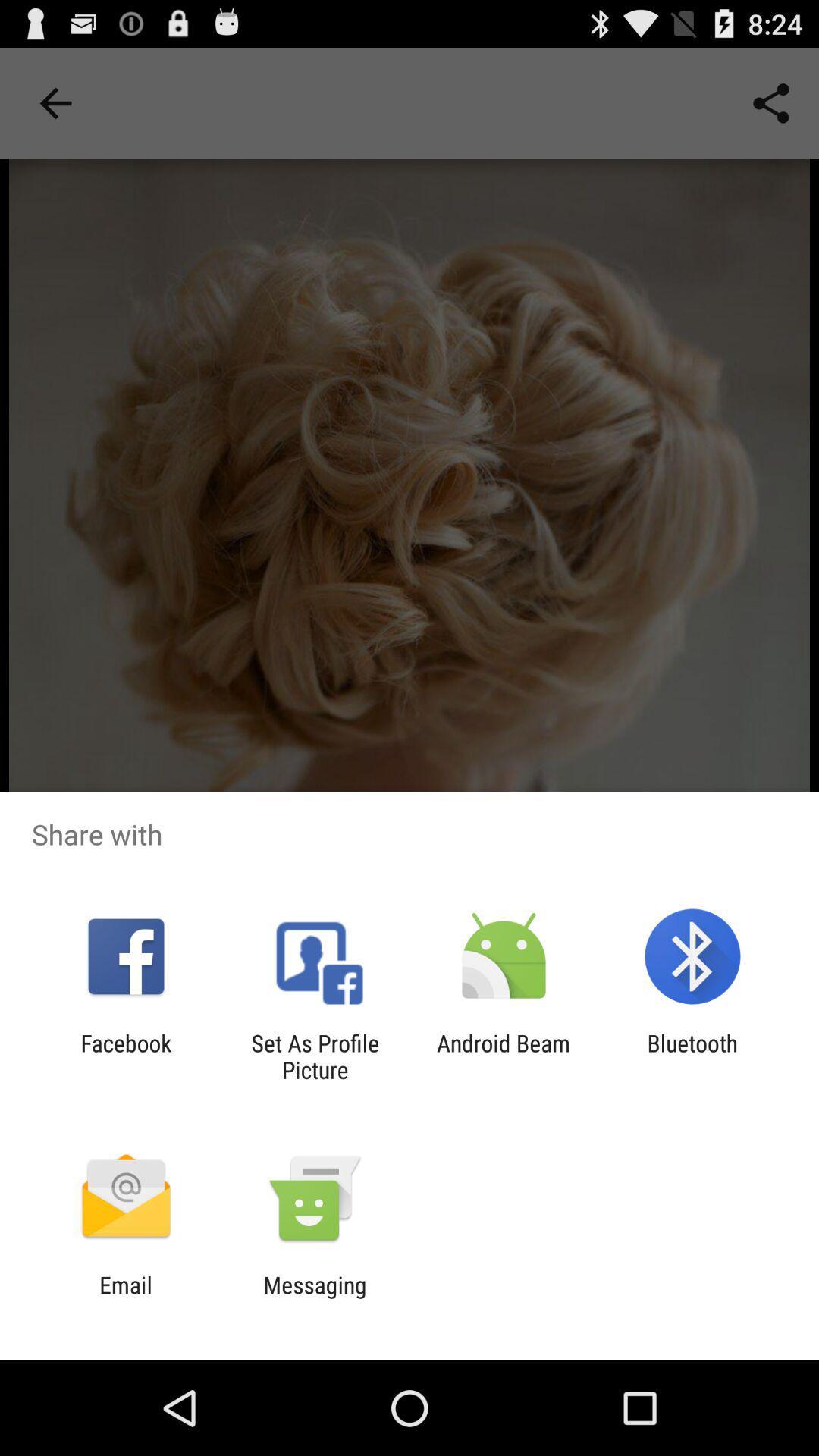  Describe the element at coordinates (314, 1298) in the screenshot. I see `messaging` at that location.